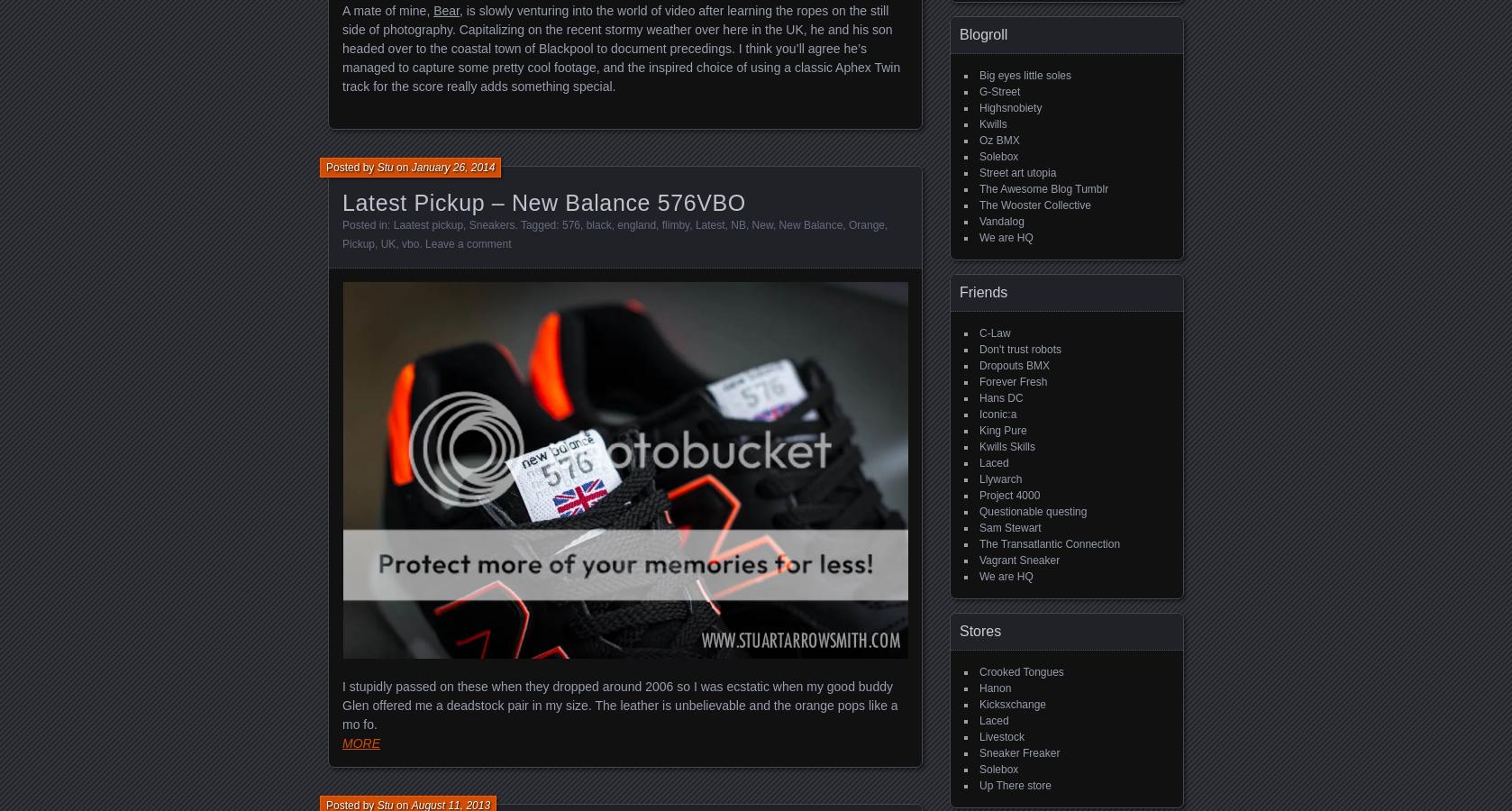 This screenshot has width=1512, height=811. I want to click on 'New', so click(761, 224).